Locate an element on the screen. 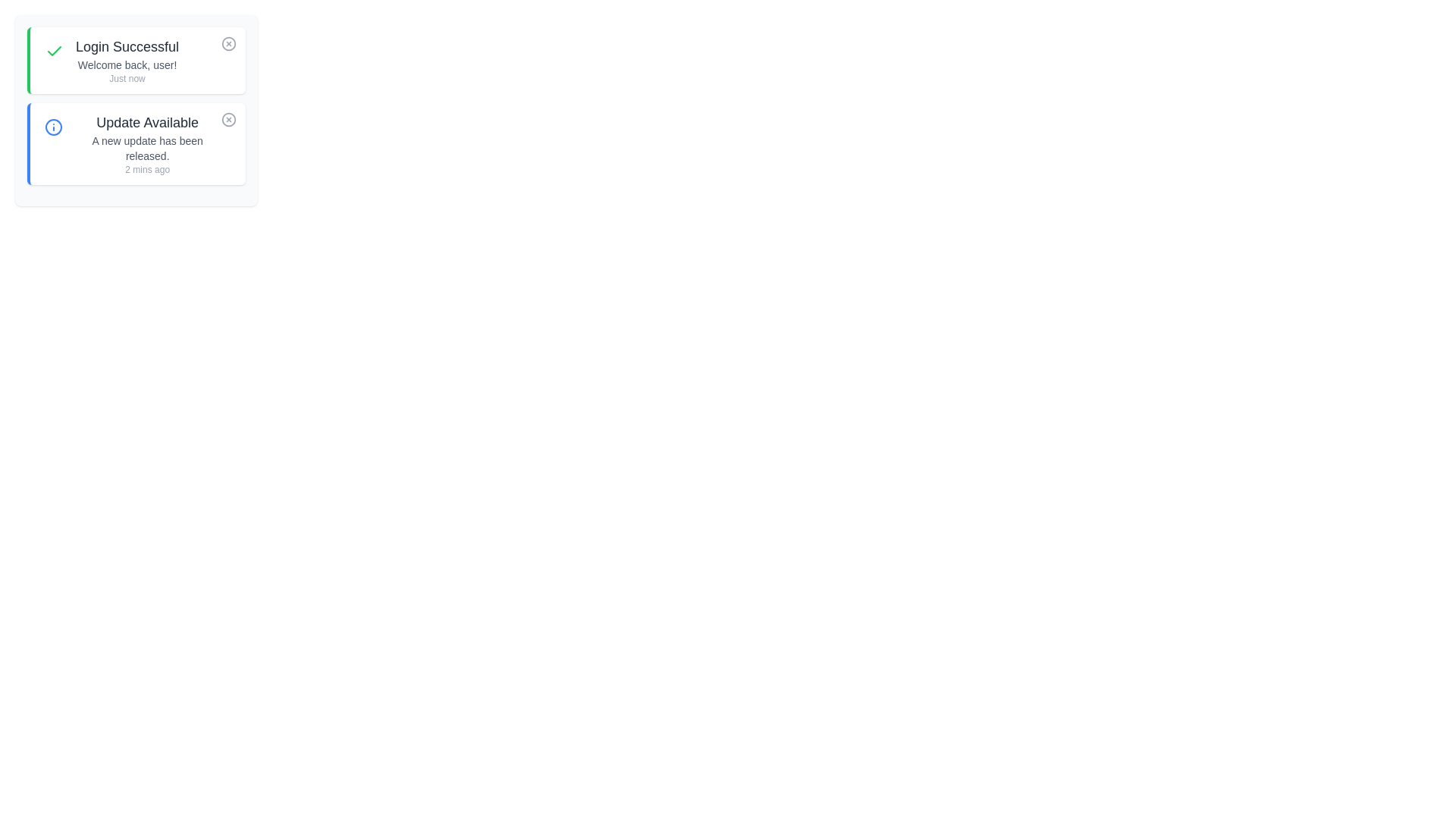 Image resolution: width=1456 pixels, height=819 pixels. text of the Notification Message Content that confirms a successful login event, located to the right of the green checkmark icon is located at coordinates (127, 60).